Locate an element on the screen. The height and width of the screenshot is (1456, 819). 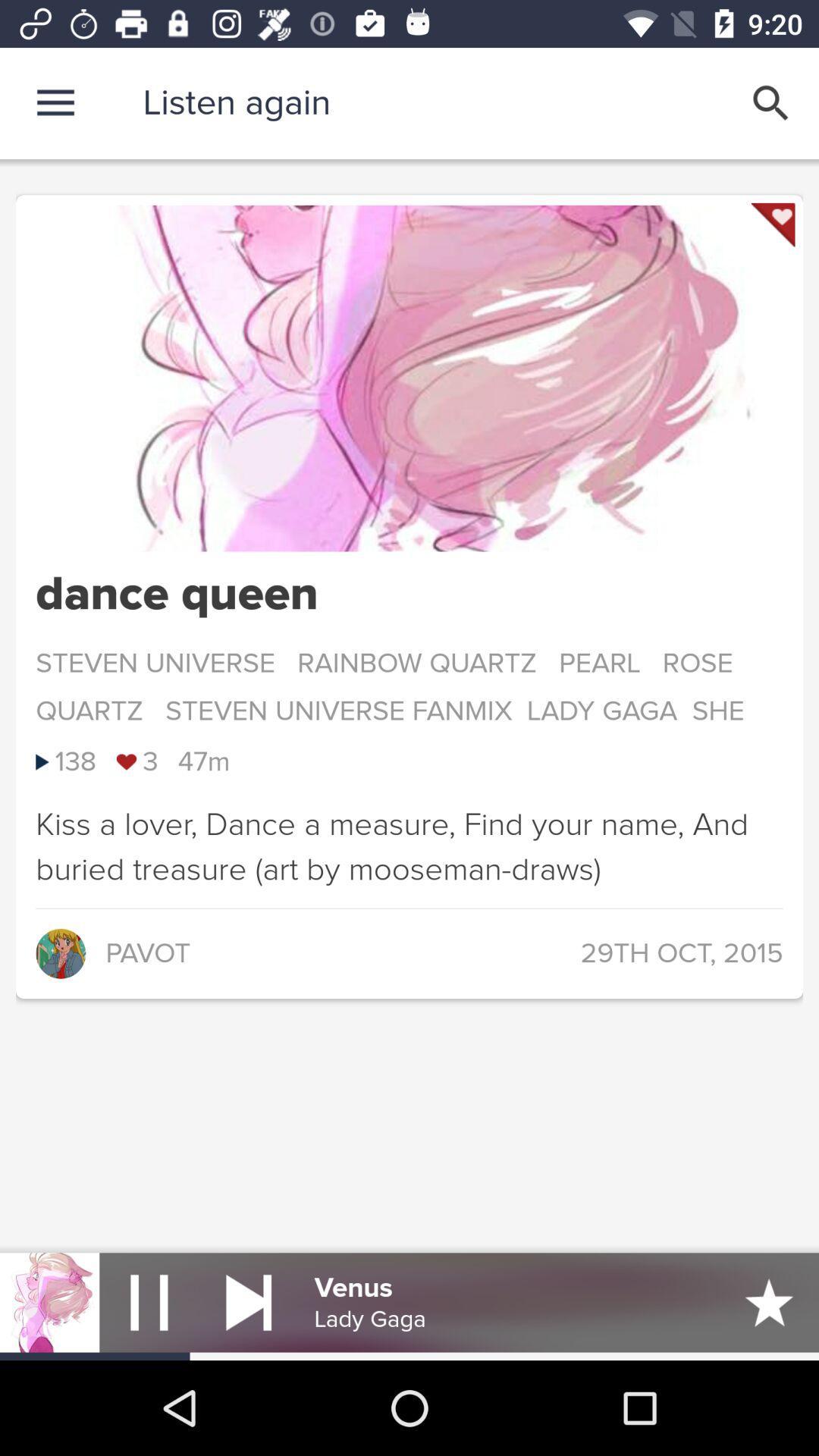
the pause icon is located at coordinates (149, 1301).